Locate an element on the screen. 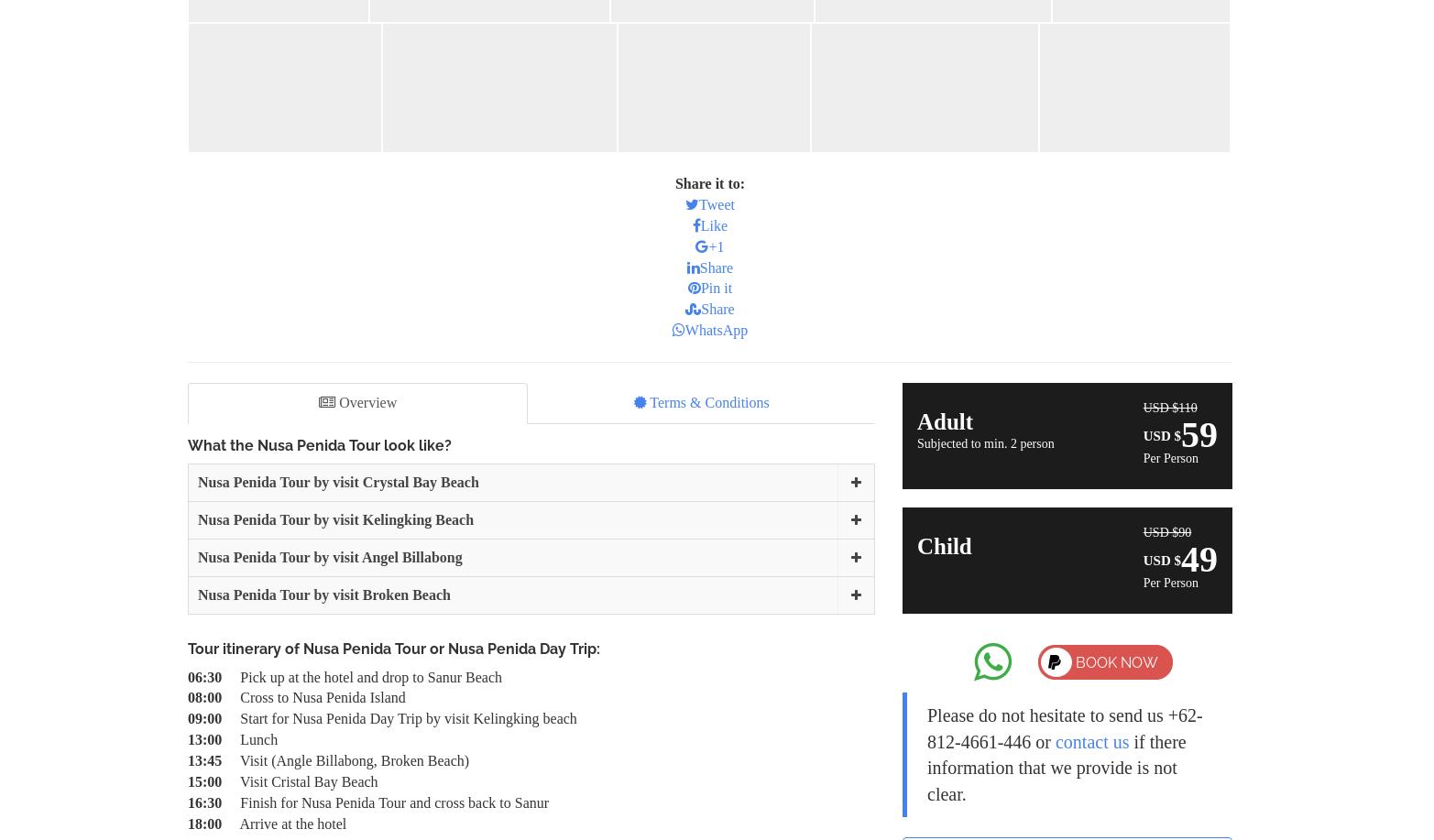  'Tour itinerary of Nusa Penida Tour or Nusa Penida Day Trip:' is located at coordinates (393, 649).